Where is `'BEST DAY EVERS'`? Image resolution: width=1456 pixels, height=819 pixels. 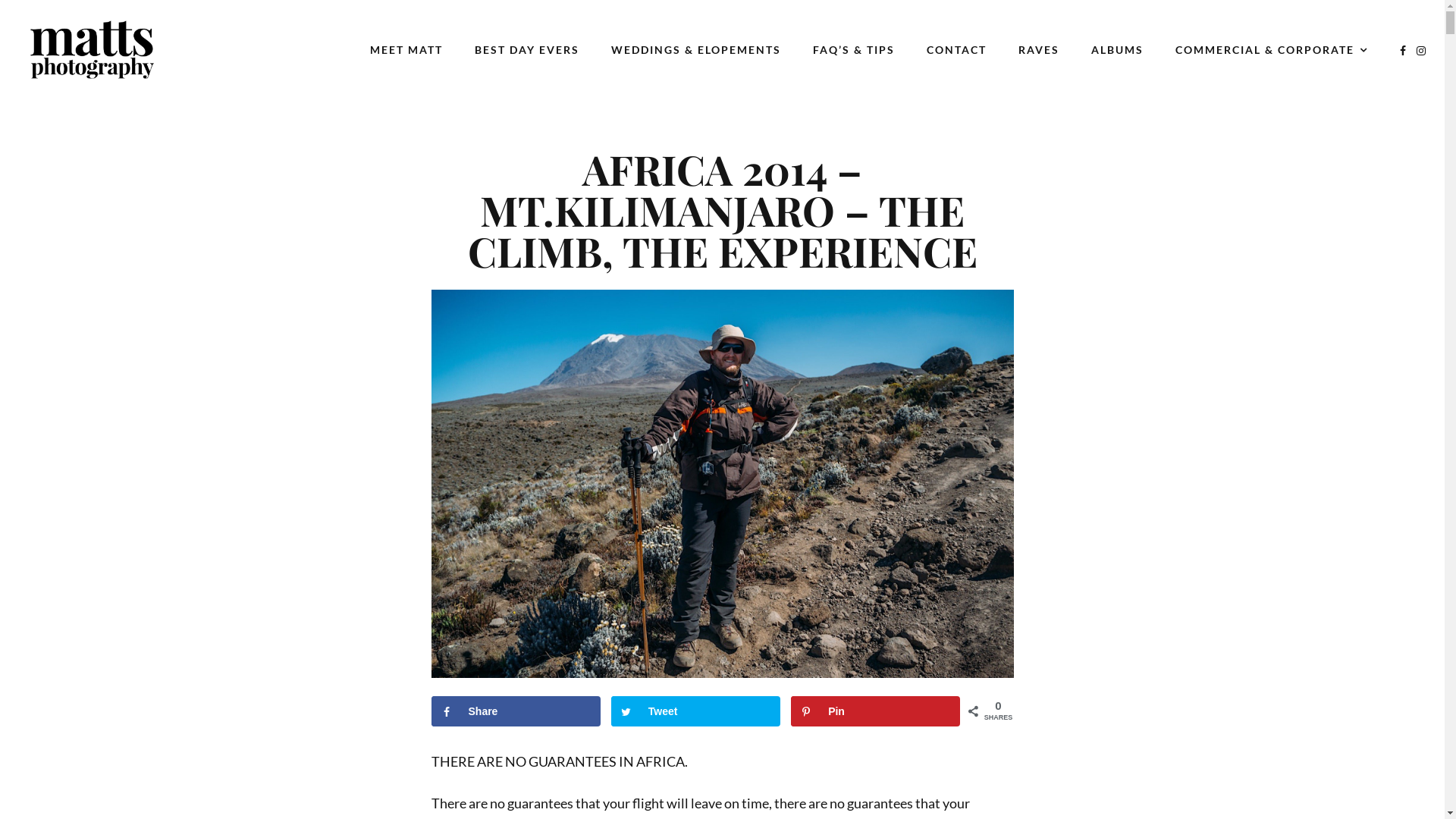
'BEST DAY EVERS' is located at coordinates (473, 49).